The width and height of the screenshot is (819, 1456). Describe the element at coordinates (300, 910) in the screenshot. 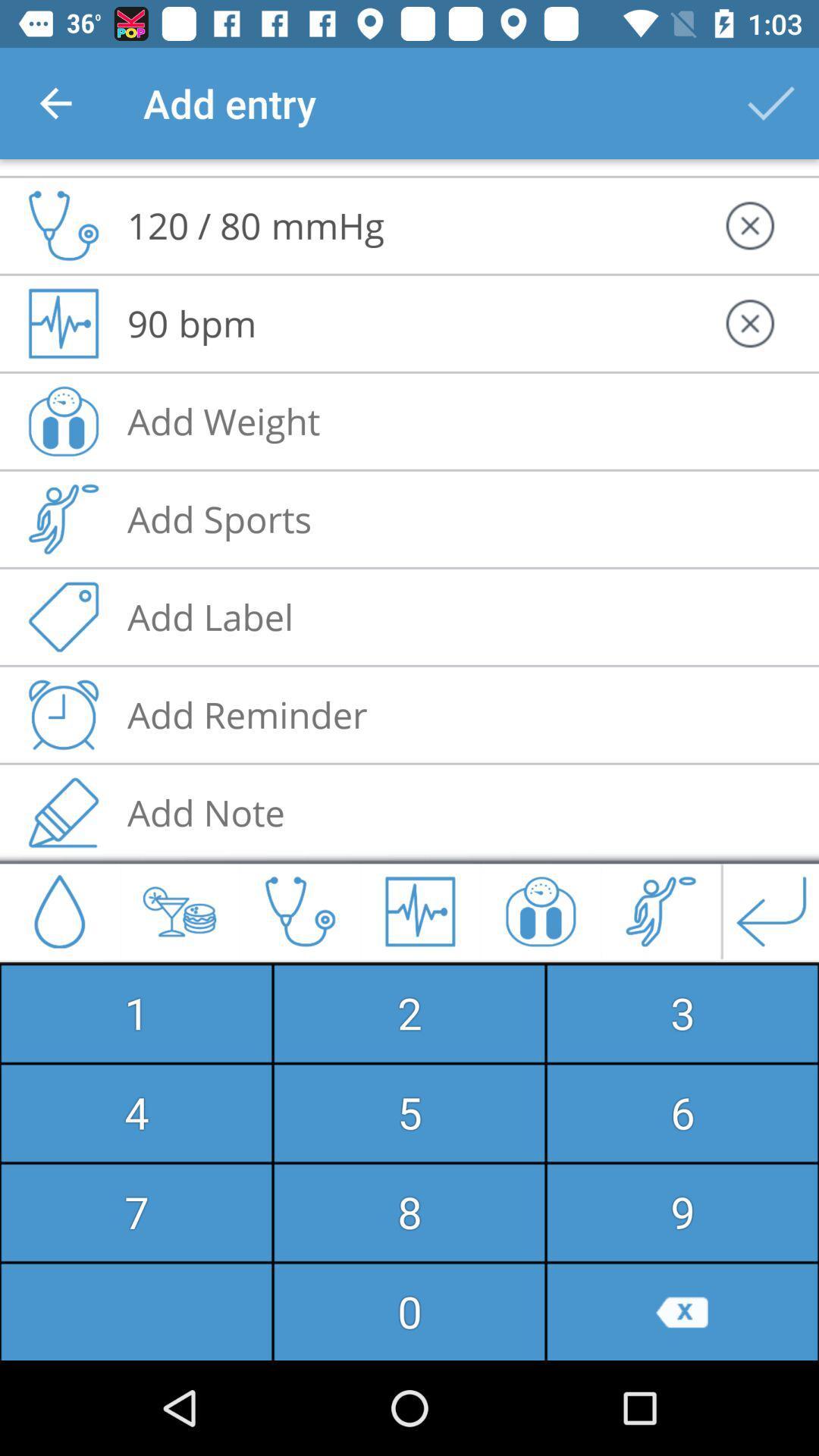

I see `the stethoscope icon` at that location.